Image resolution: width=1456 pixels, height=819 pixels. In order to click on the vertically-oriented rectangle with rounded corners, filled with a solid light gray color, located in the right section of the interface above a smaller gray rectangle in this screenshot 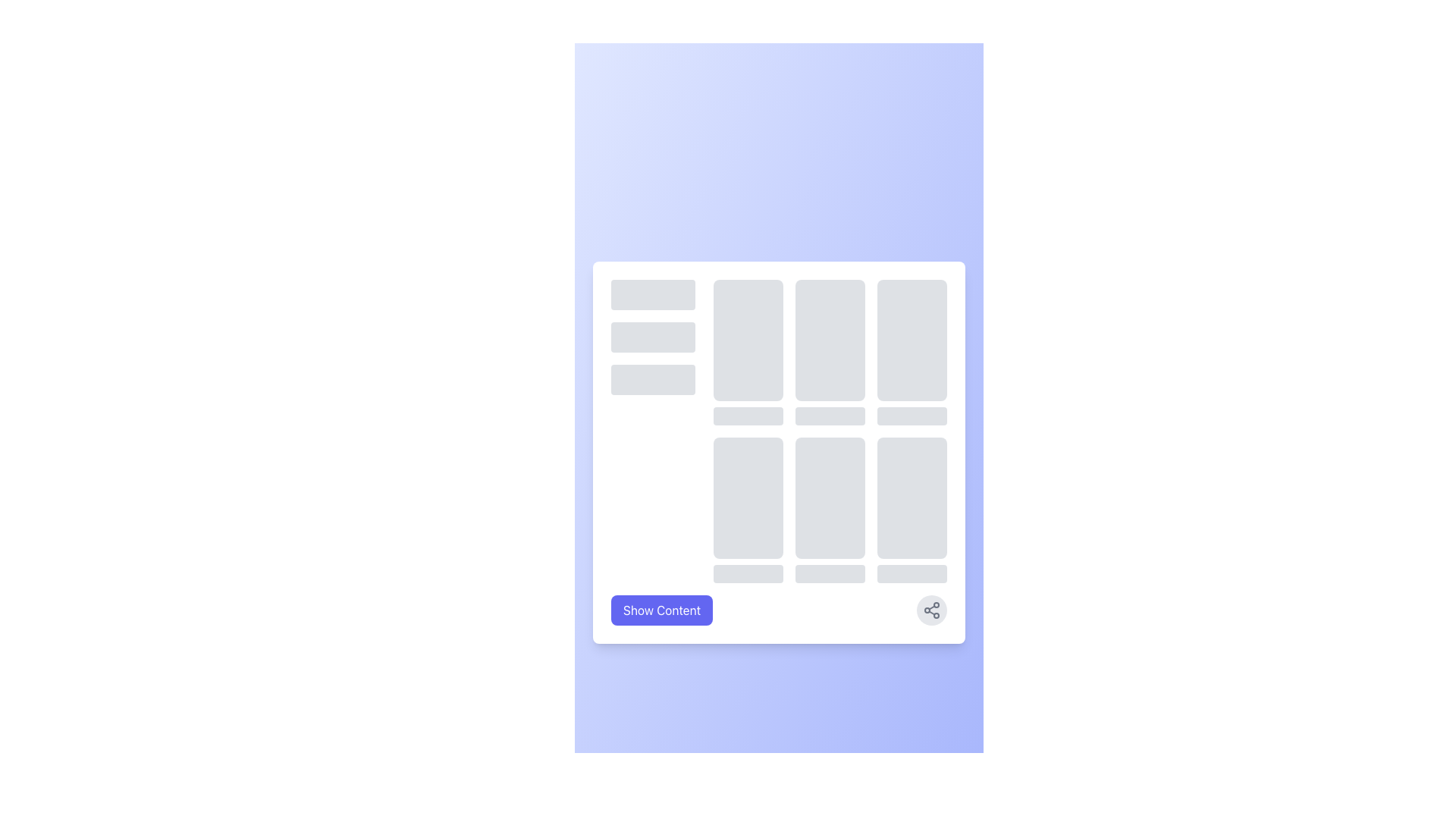, I will do `click(748, 339)`.